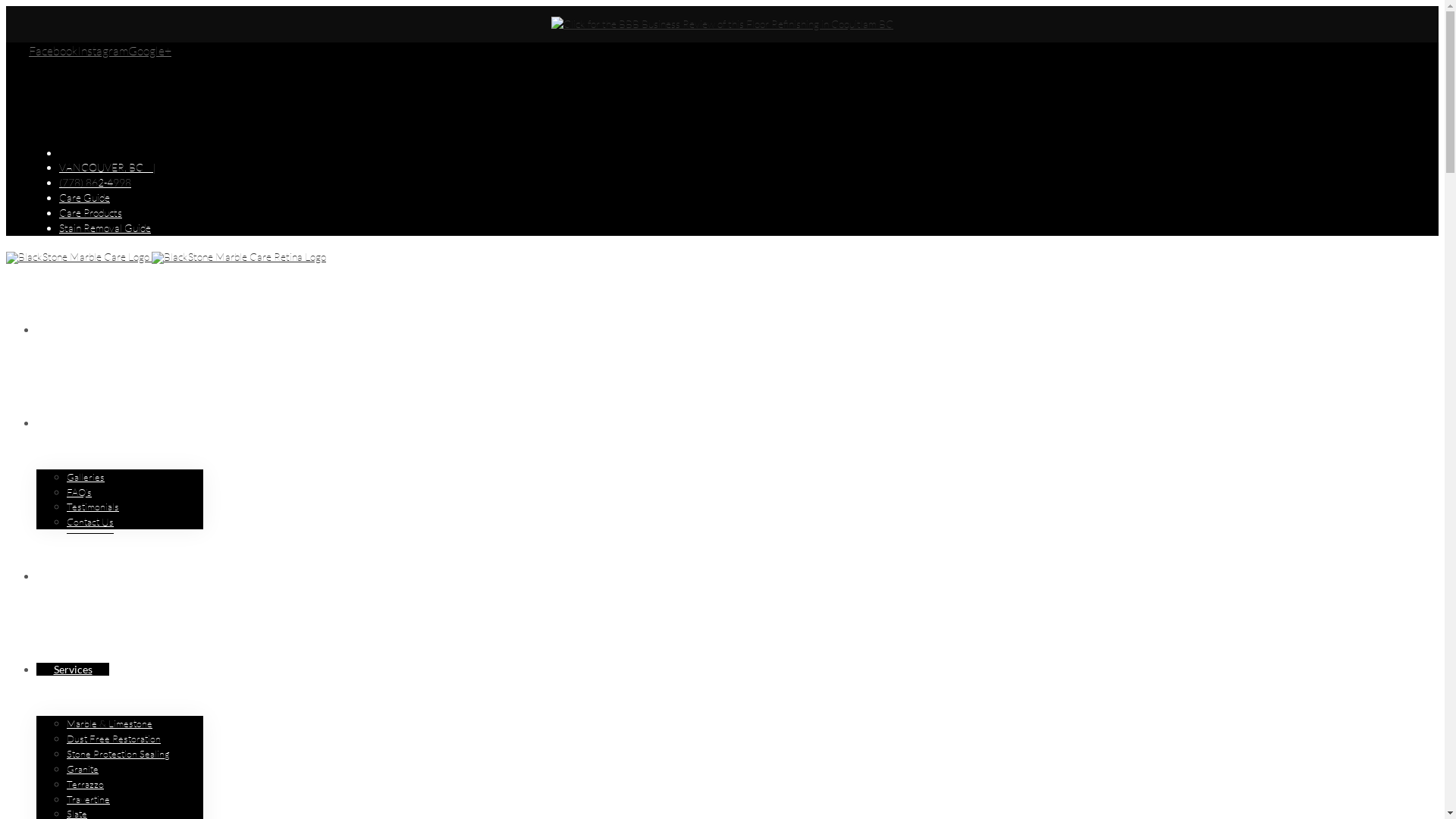 Image resolution: width=1456 pixels, height=819 pixels. I want to click on 'Contact Us', so click(65, 521).